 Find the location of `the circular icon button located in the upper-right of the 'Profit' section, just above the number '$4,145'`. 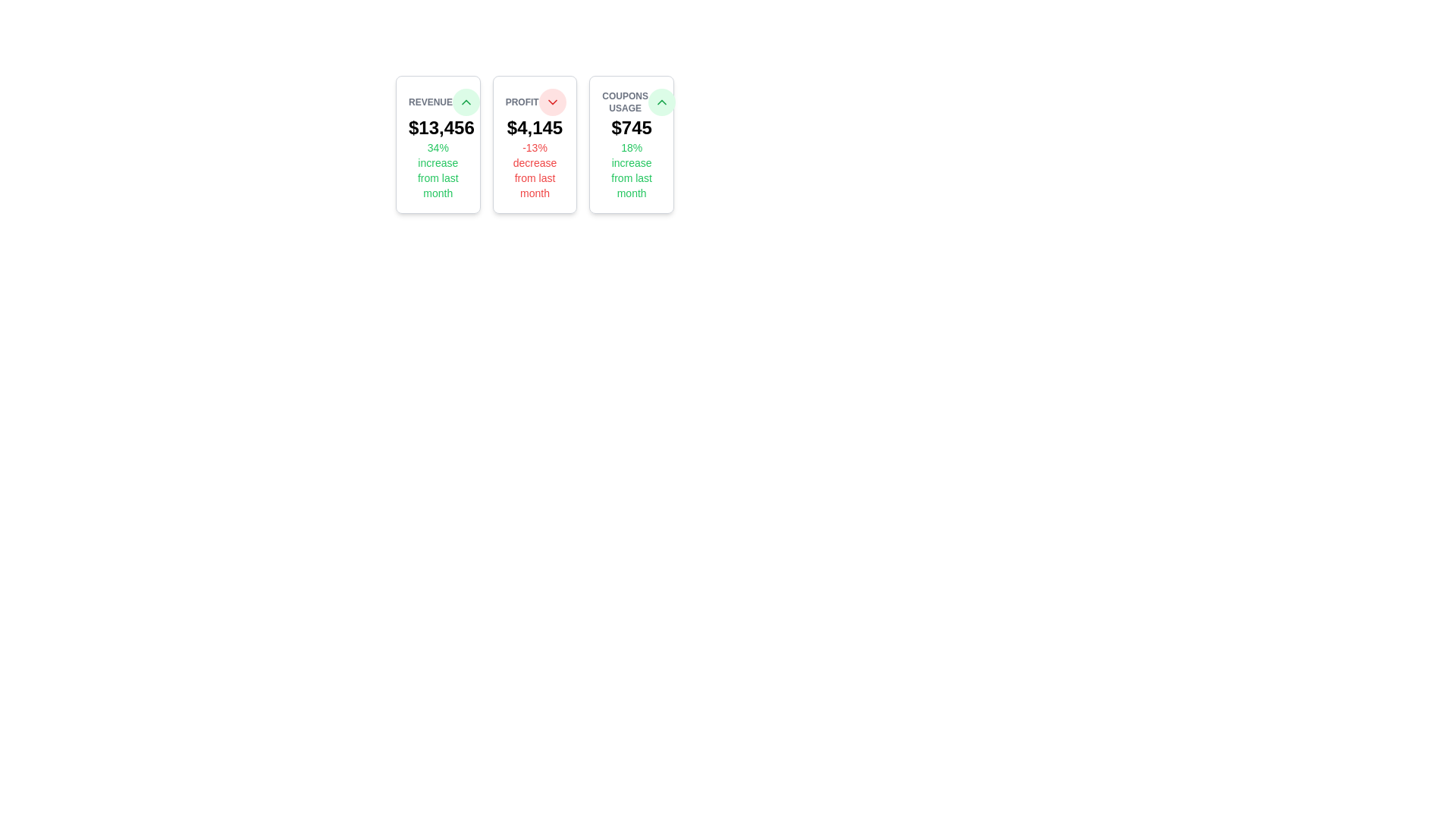

the circular icon button located in the upper-right of the 'Profit' section, just above the number '$4,145' is located at coordinates (551, 102).